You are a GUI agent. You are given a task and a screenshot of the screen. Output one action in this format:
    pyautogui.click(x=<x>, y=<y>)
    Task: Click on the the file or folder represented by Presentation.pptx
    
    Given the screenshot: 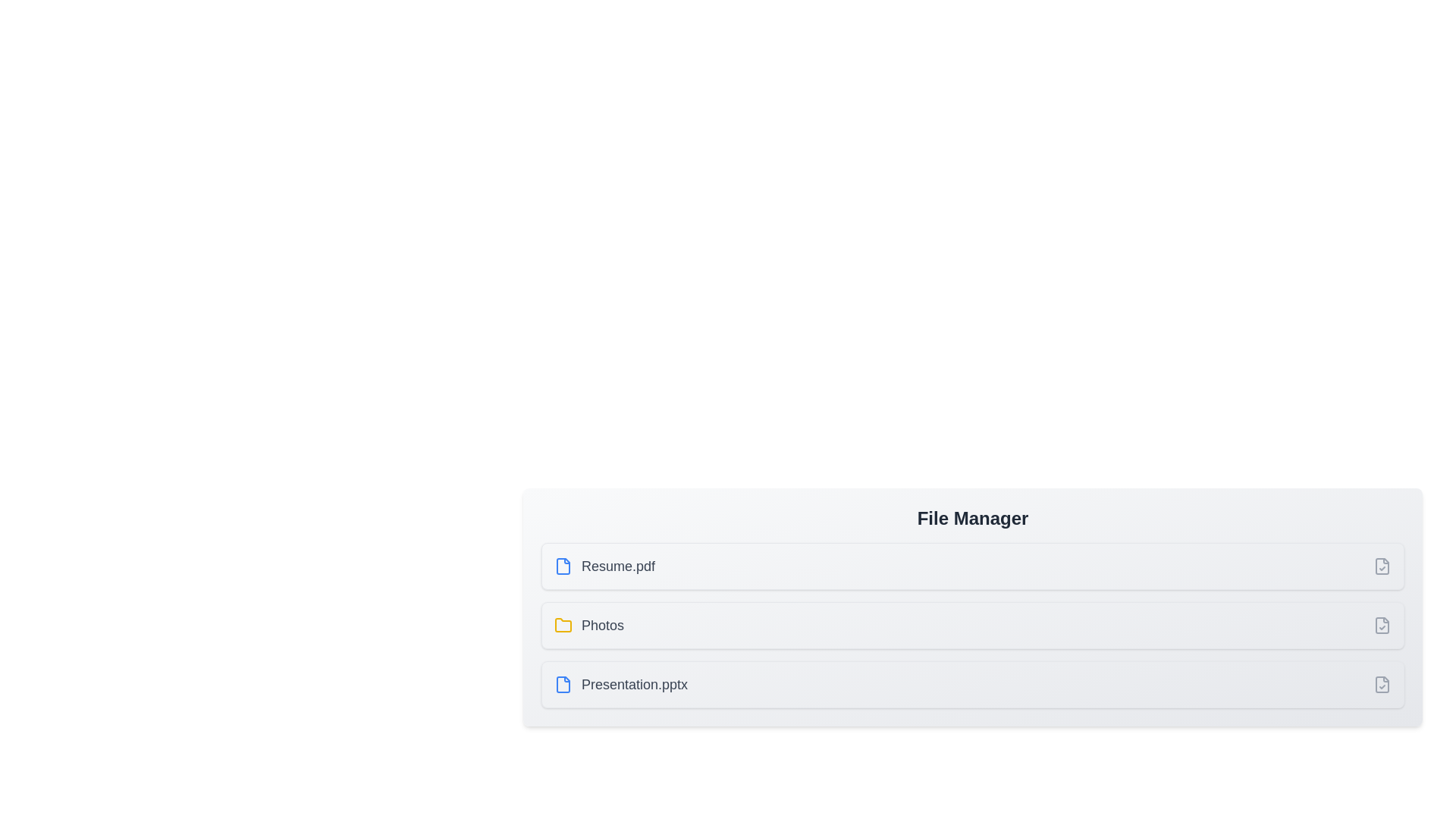 What is the action you would take?
    pyautogui.click(x=621, y=684)
    